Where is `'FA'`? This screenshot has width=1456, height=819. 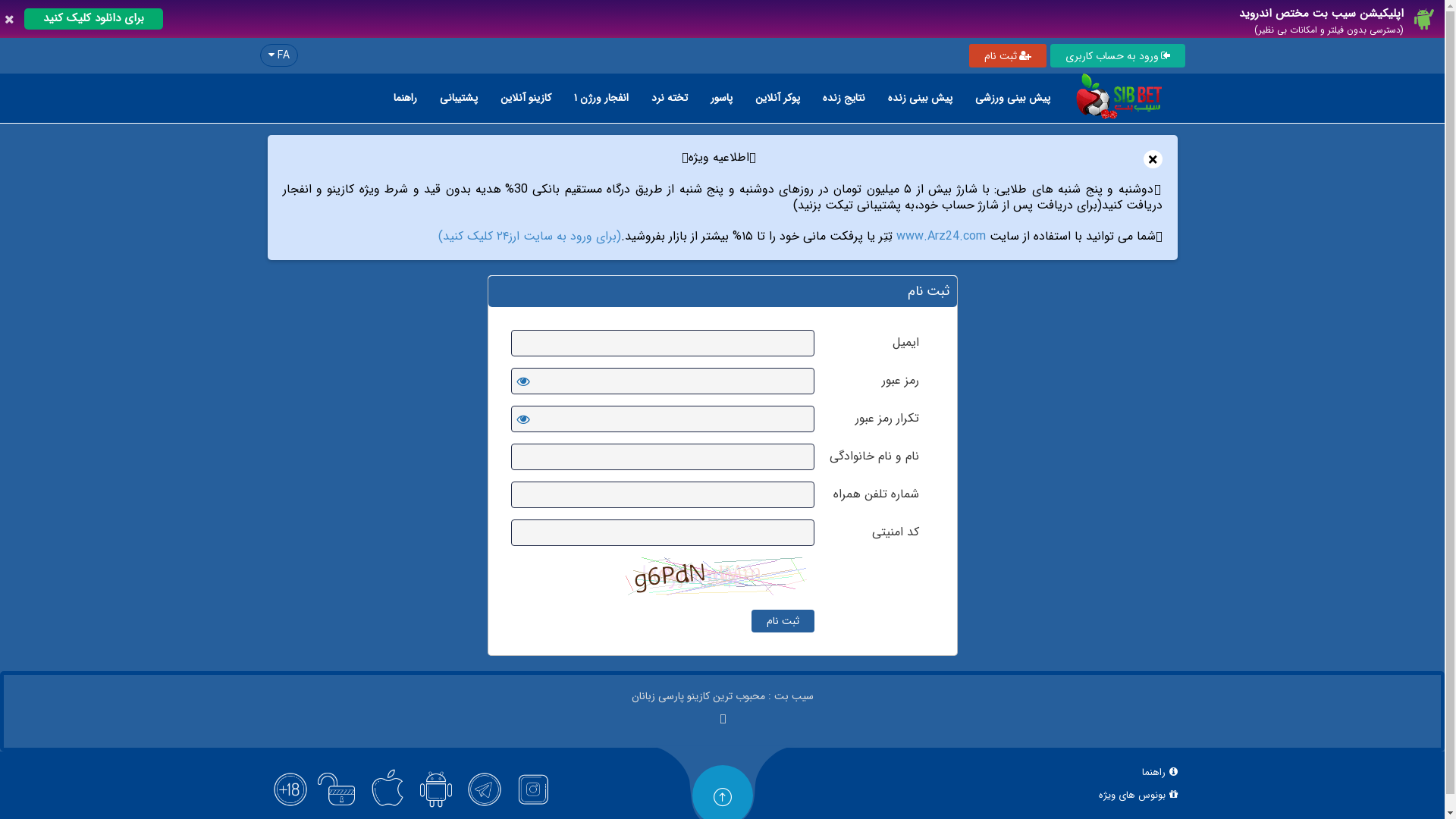 'FA' is located at coordinates (278, 55).